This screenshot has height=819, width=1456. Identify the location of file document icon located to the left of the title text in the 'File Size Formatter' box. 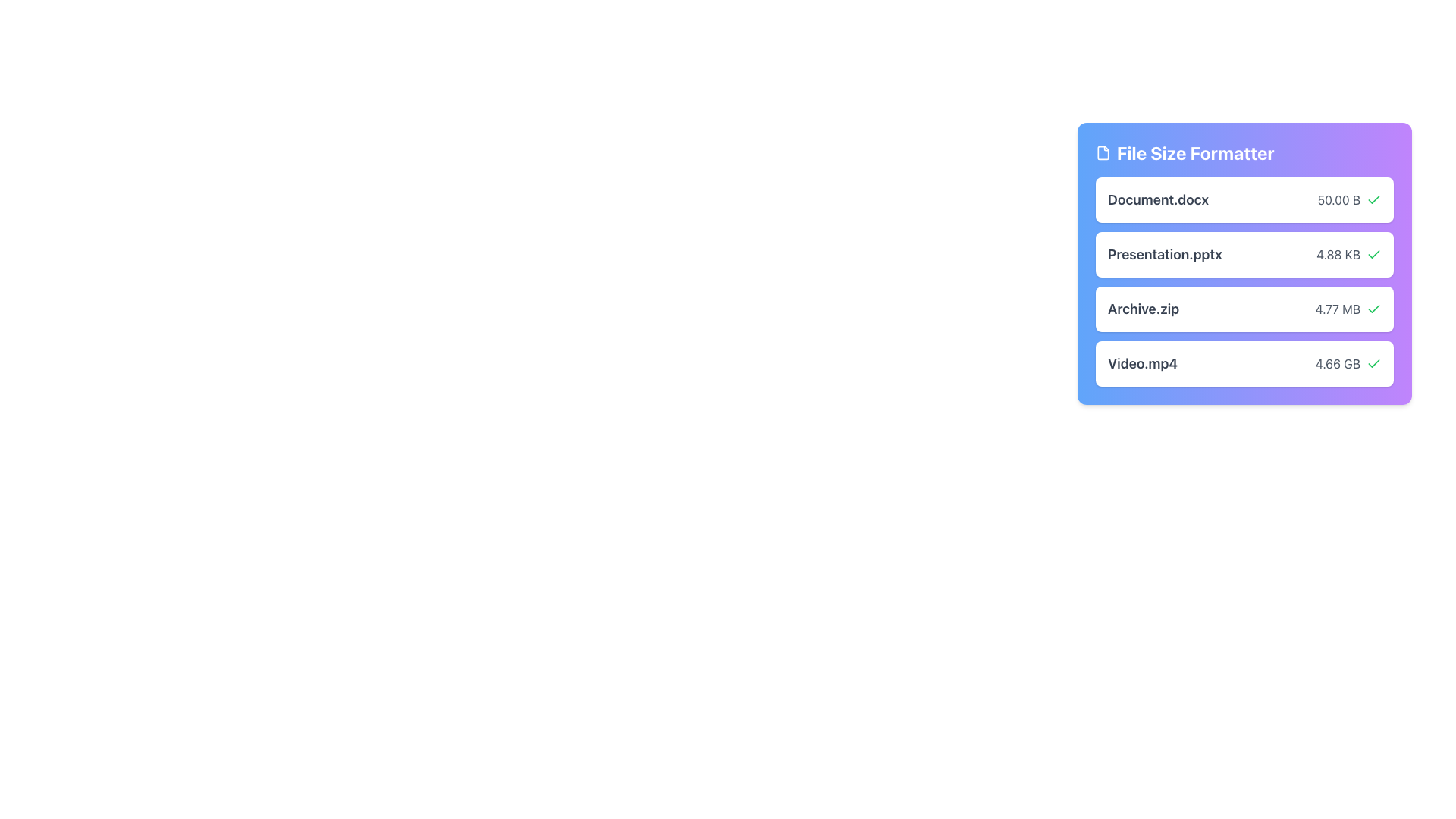
(1103, 152).